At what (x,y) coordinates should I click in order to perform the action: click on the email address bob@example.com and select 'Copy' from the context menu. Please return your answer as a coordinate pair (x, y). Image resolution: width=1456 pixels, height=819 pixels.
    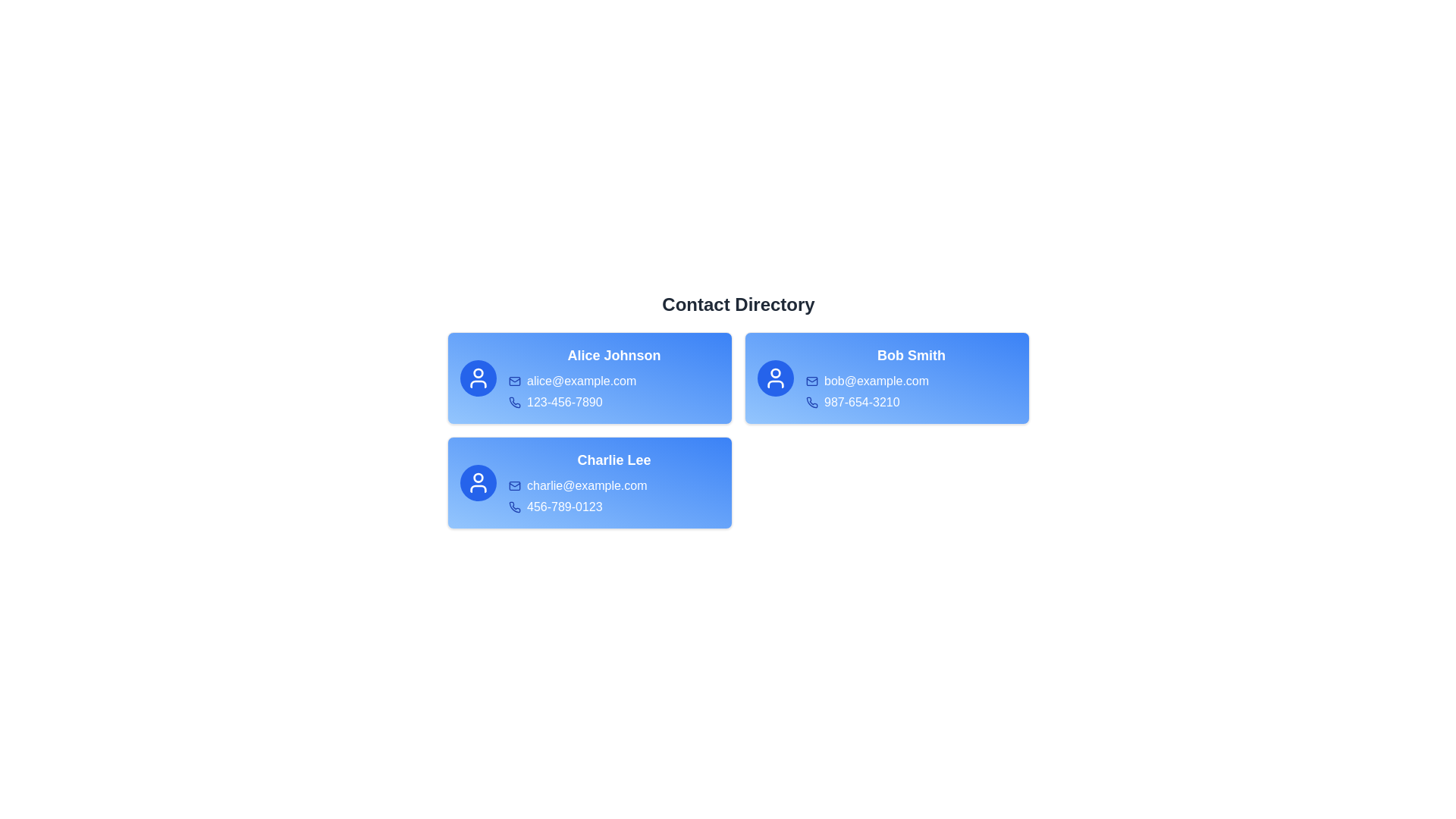
    Looking at the image, I should click on (910, 380).